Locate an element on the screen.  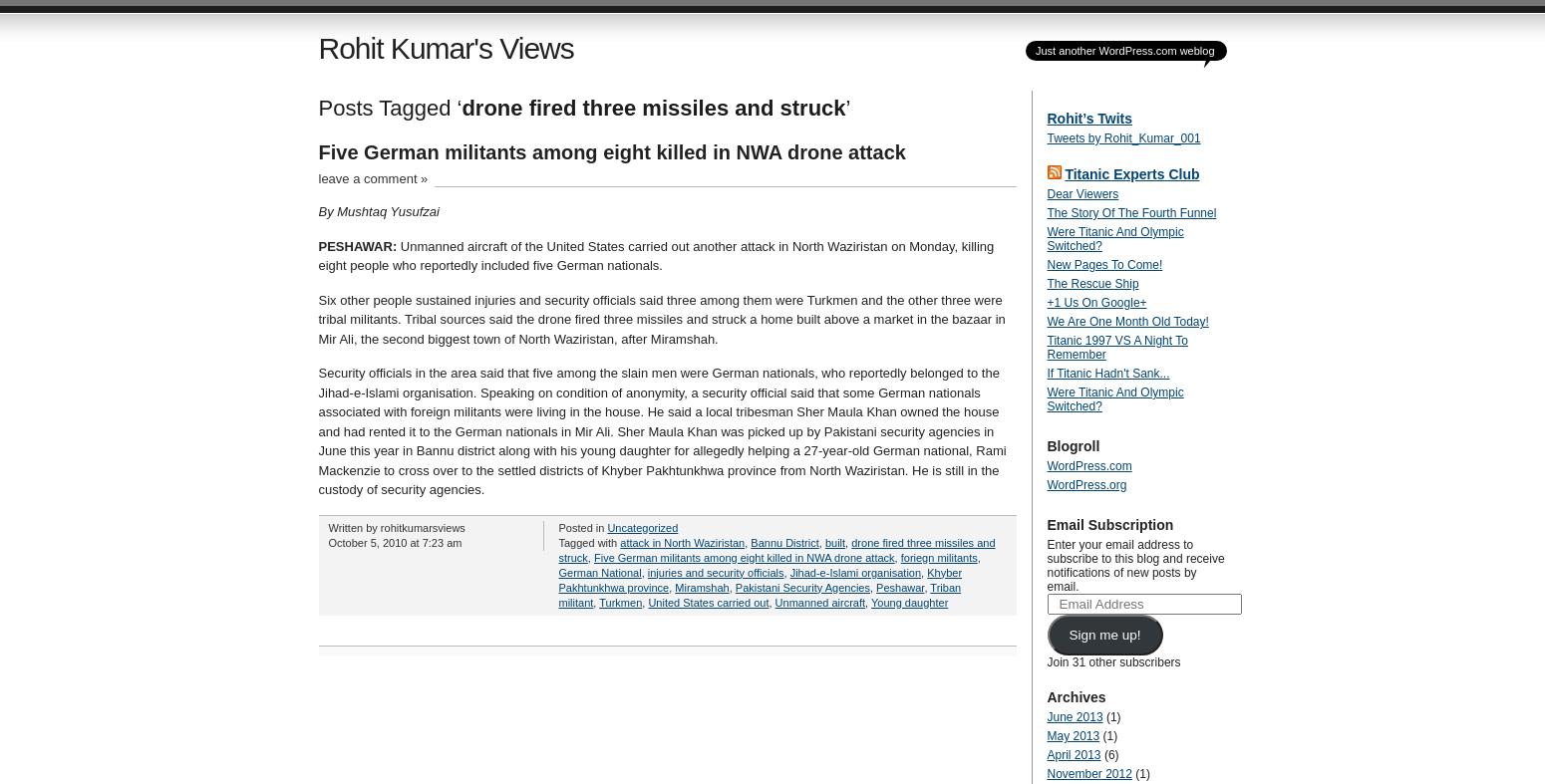
'Posted in' is located at coordinates (582, 526).